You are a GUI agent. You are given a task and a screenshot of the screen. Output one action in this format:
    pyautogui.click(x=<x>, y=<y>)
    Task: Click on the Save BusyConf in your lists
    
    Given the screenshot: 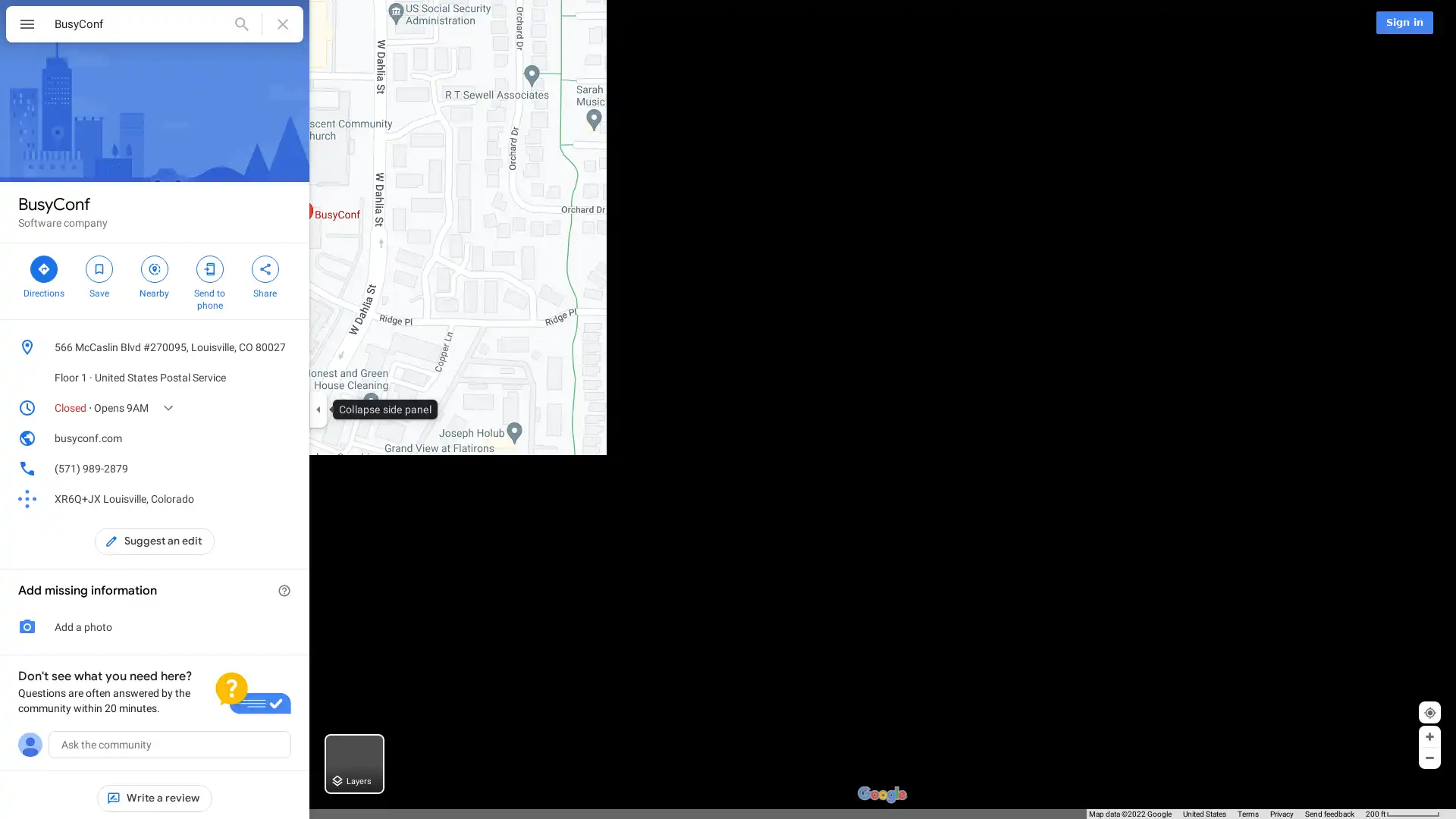 What is the action you would take?
    pyautogui.click(x=98, y=275)
    